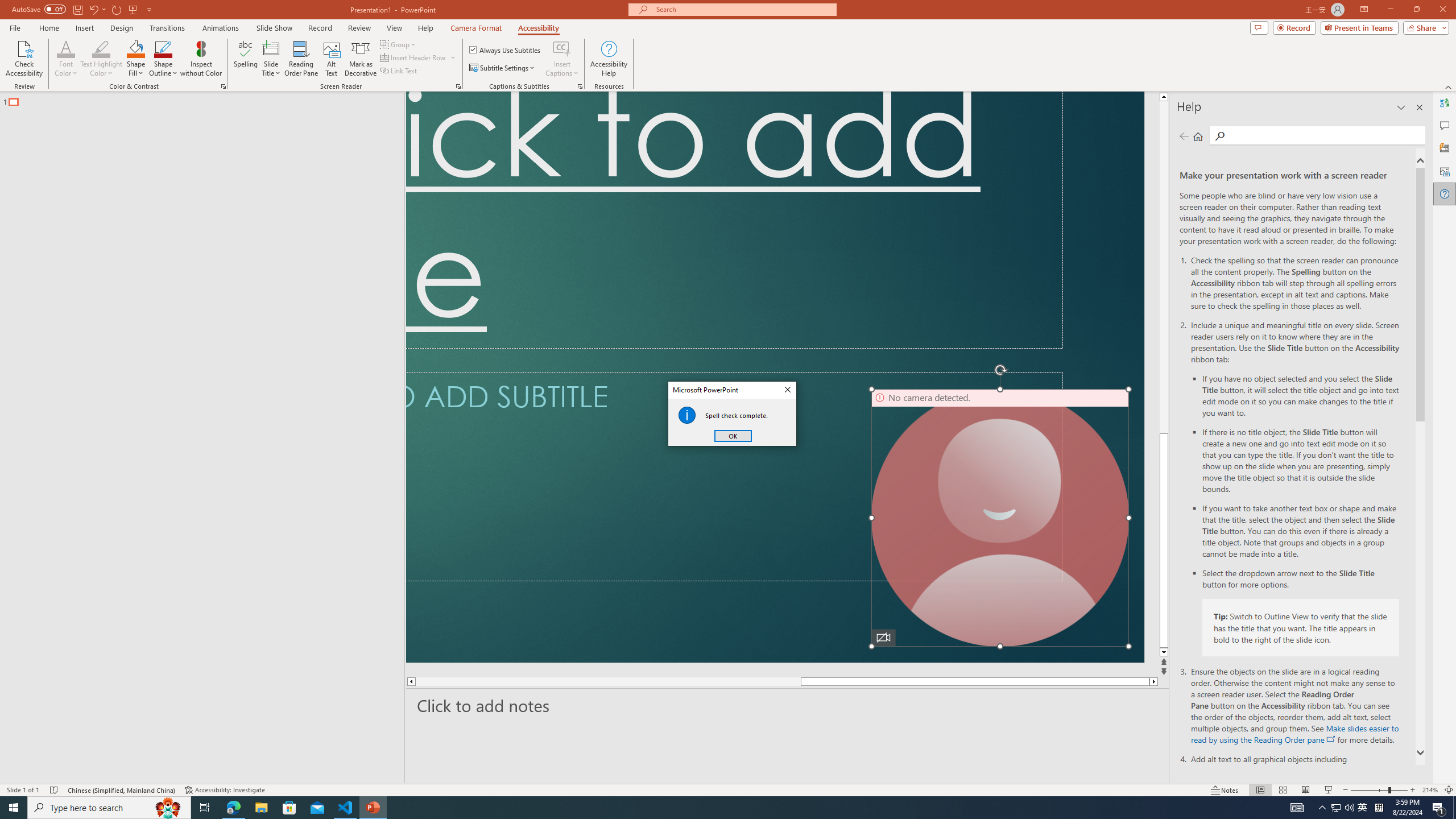 Image resolution: width=1456 pixels, height=819 pixels. I want to click on 'Zoom 214%', so click(1430, 790).